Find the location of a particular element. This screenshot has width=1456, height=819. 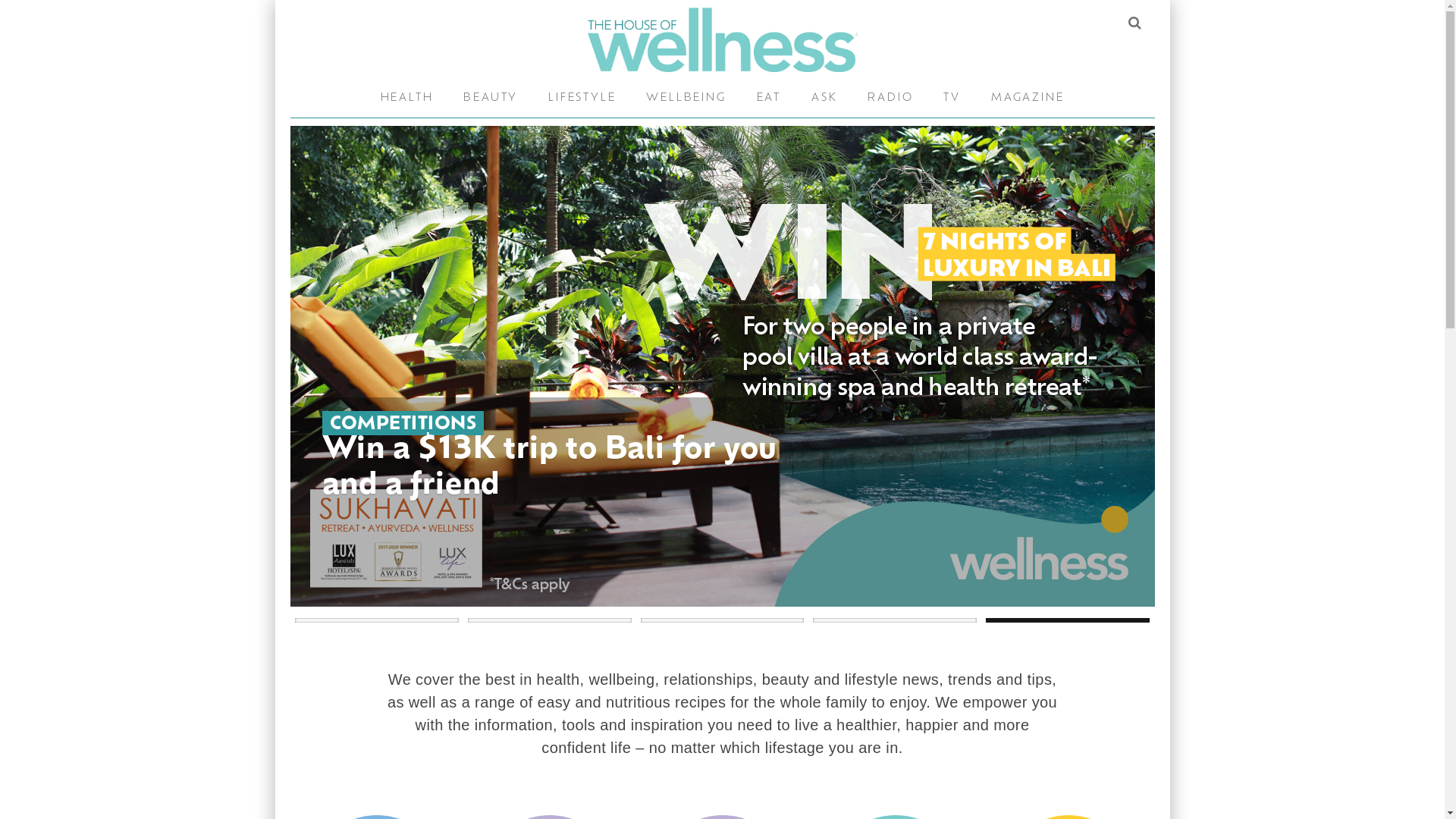

'TV' is located at coordinates (951, 99).